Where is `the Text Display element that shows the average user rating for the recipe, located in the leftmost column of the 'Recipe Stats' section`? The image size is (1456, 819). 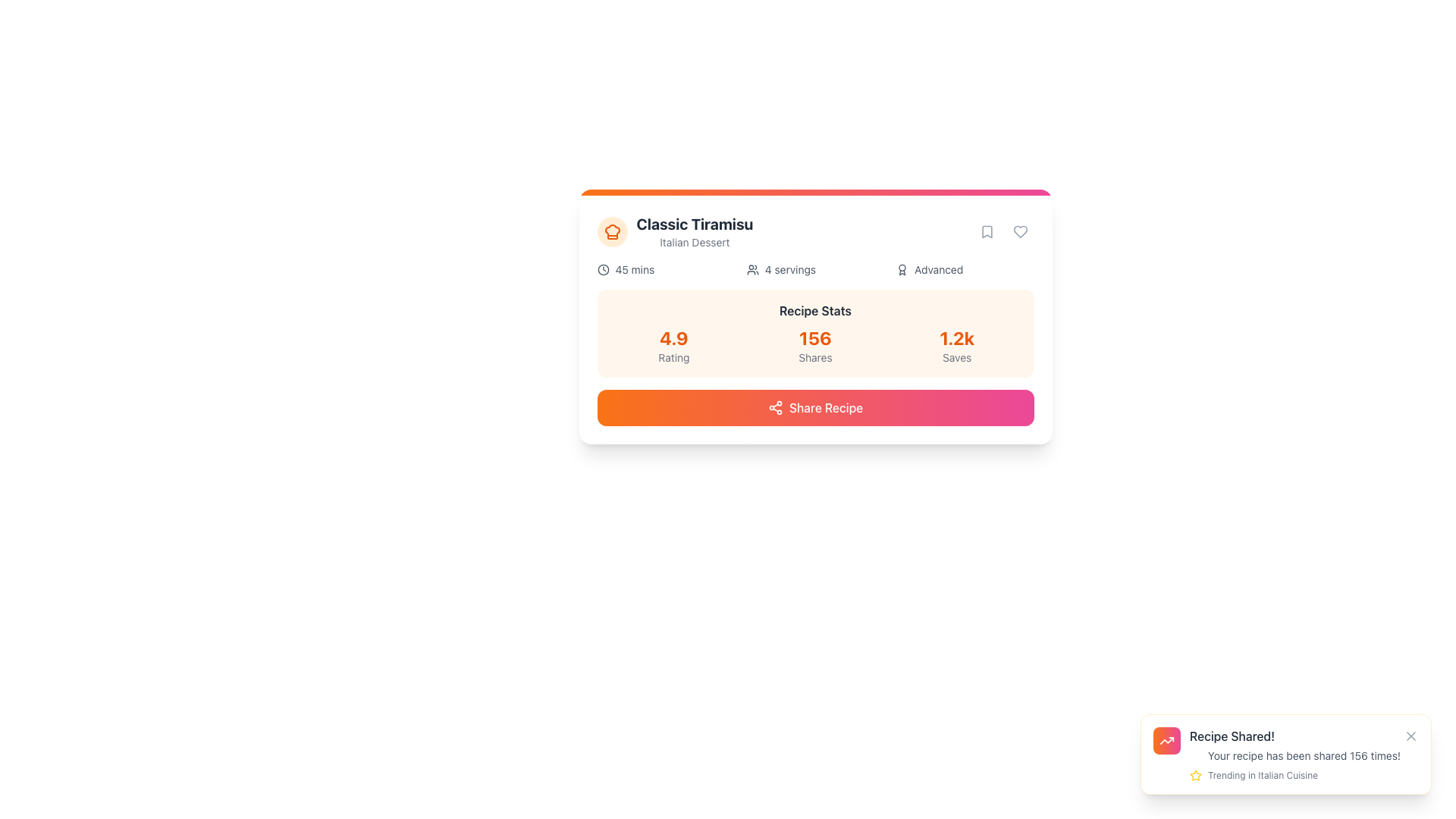
the Text Display element that shows the average user rating for the recipe, located in the leftmost column of the 'Recipe Stats' section is located at coordinates (673, 345).